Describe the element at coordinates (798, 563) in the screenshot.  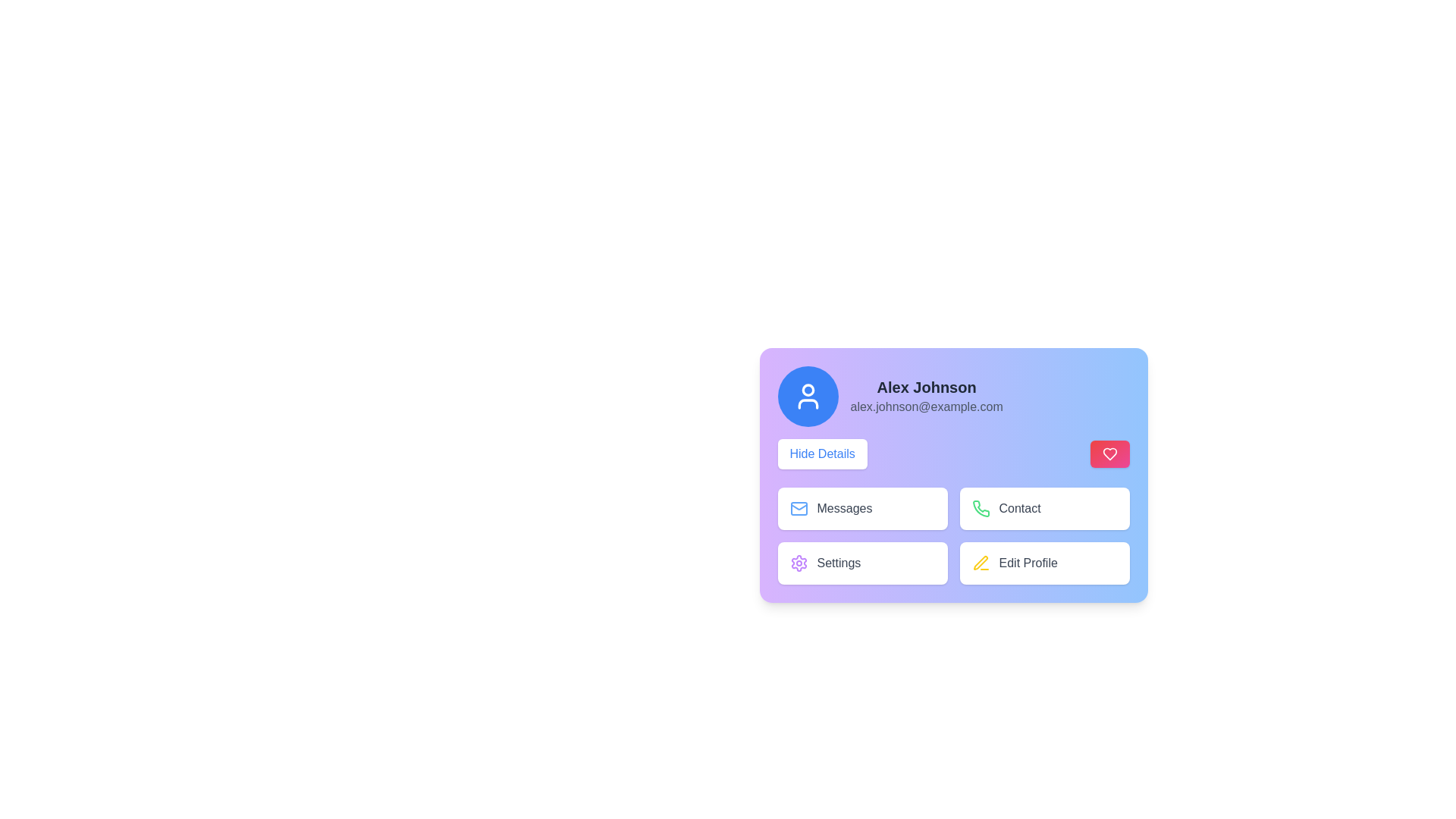
I see `the purple cogwheel icon` at that location.